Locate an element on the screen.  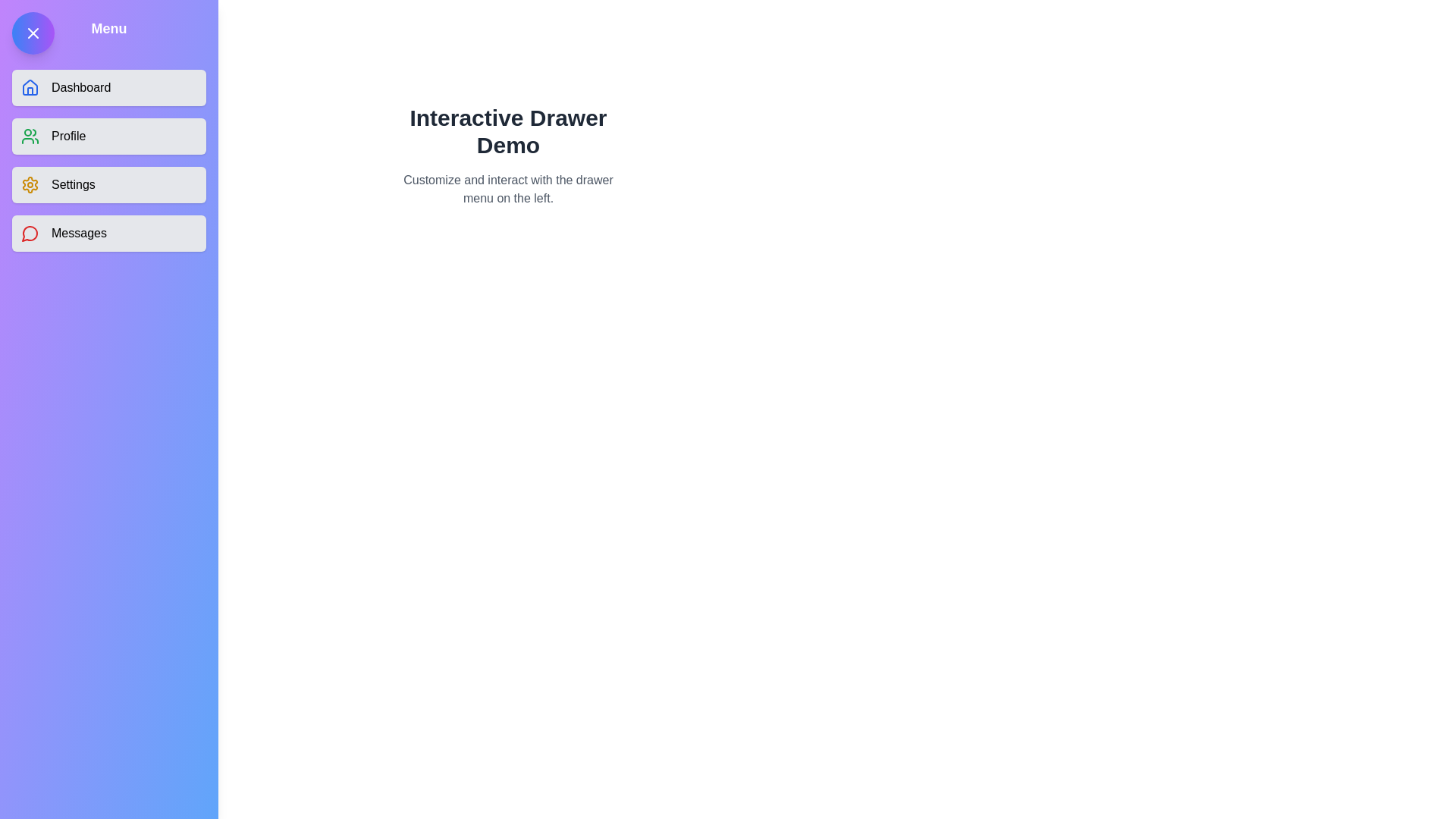
floating button at the top-left corner of the screen to toggle the drawer is located at coordinates (33, 33).